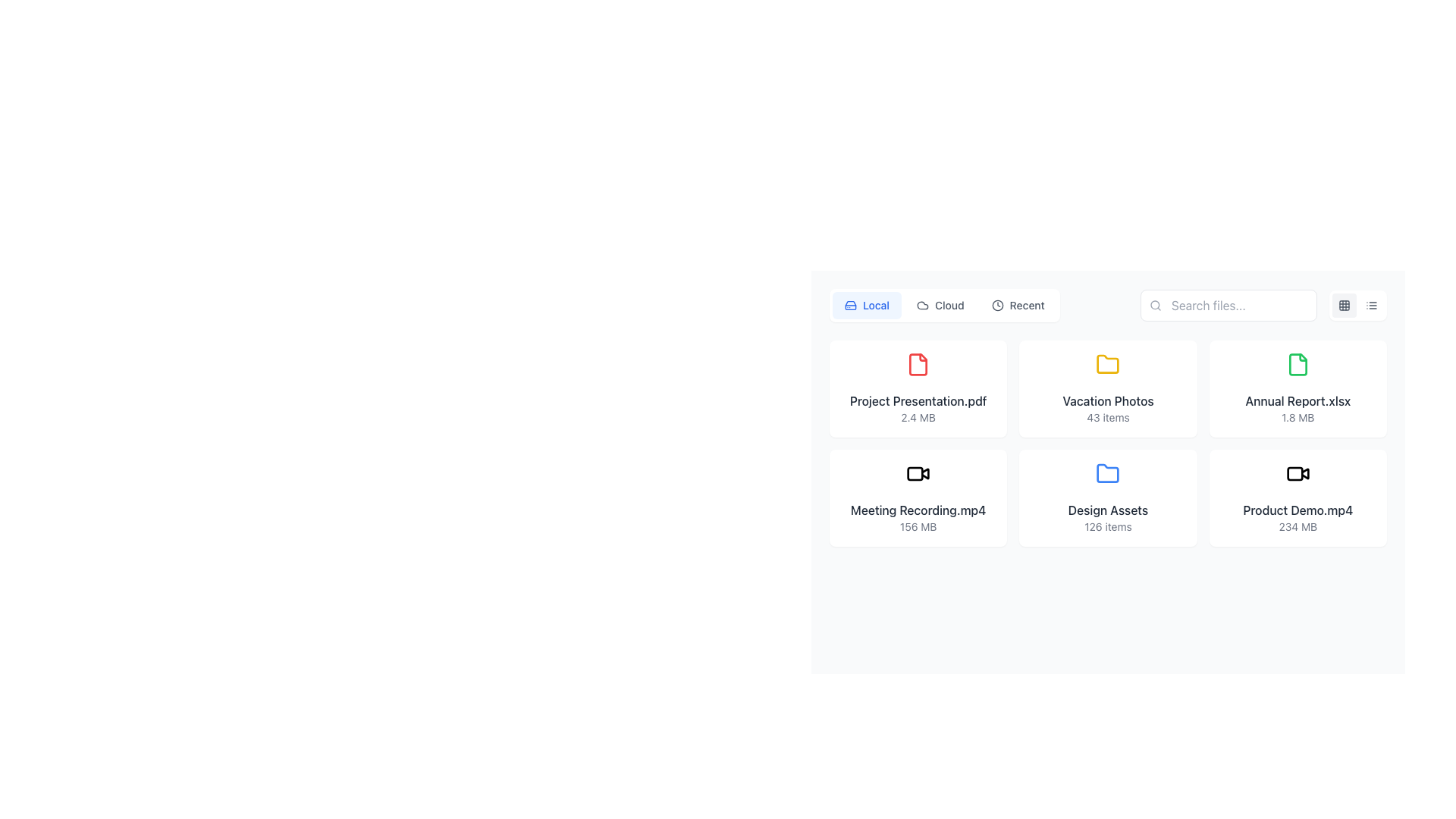  I want to click on the hard drive or storage device icon located in the upper section of the interface, near the 'Local,' 'Cloud,' and 'Recent' tabs, so click(851, 305).